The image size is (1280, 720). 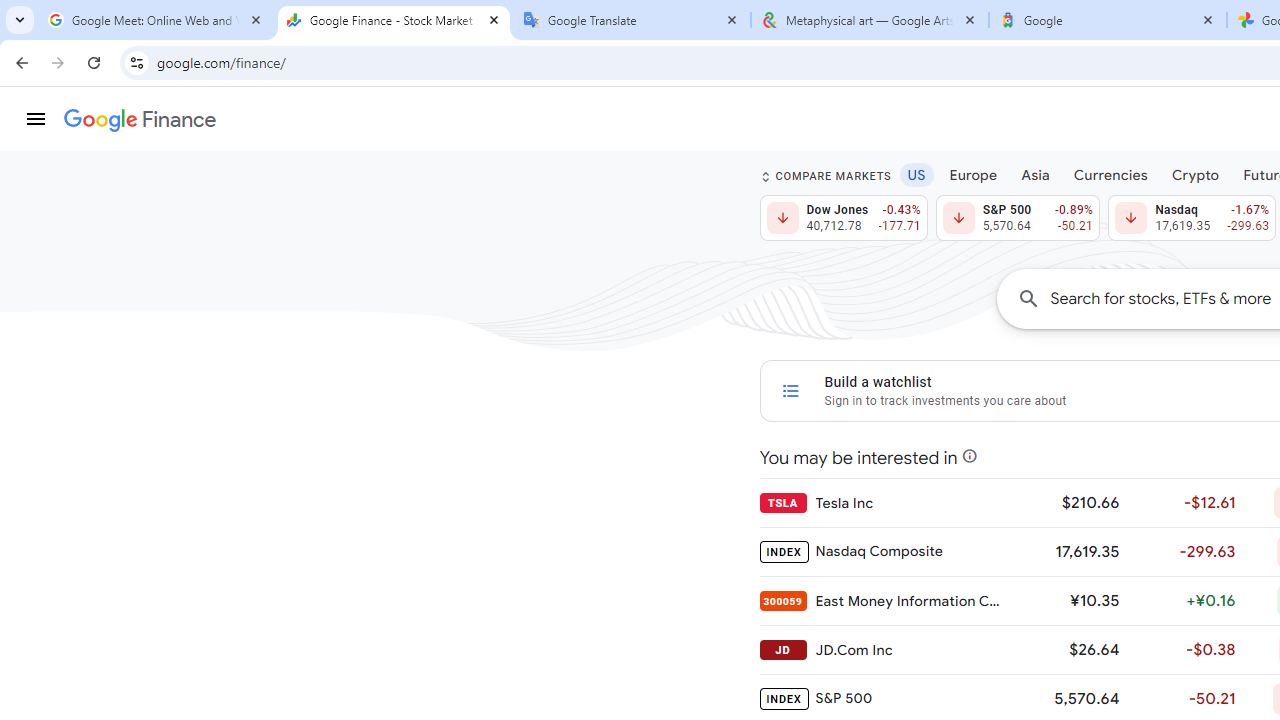 I want to click on 'Nasdaq 17,619.35 Down by 1.67% -299.63', so click(x=1192, y=218).